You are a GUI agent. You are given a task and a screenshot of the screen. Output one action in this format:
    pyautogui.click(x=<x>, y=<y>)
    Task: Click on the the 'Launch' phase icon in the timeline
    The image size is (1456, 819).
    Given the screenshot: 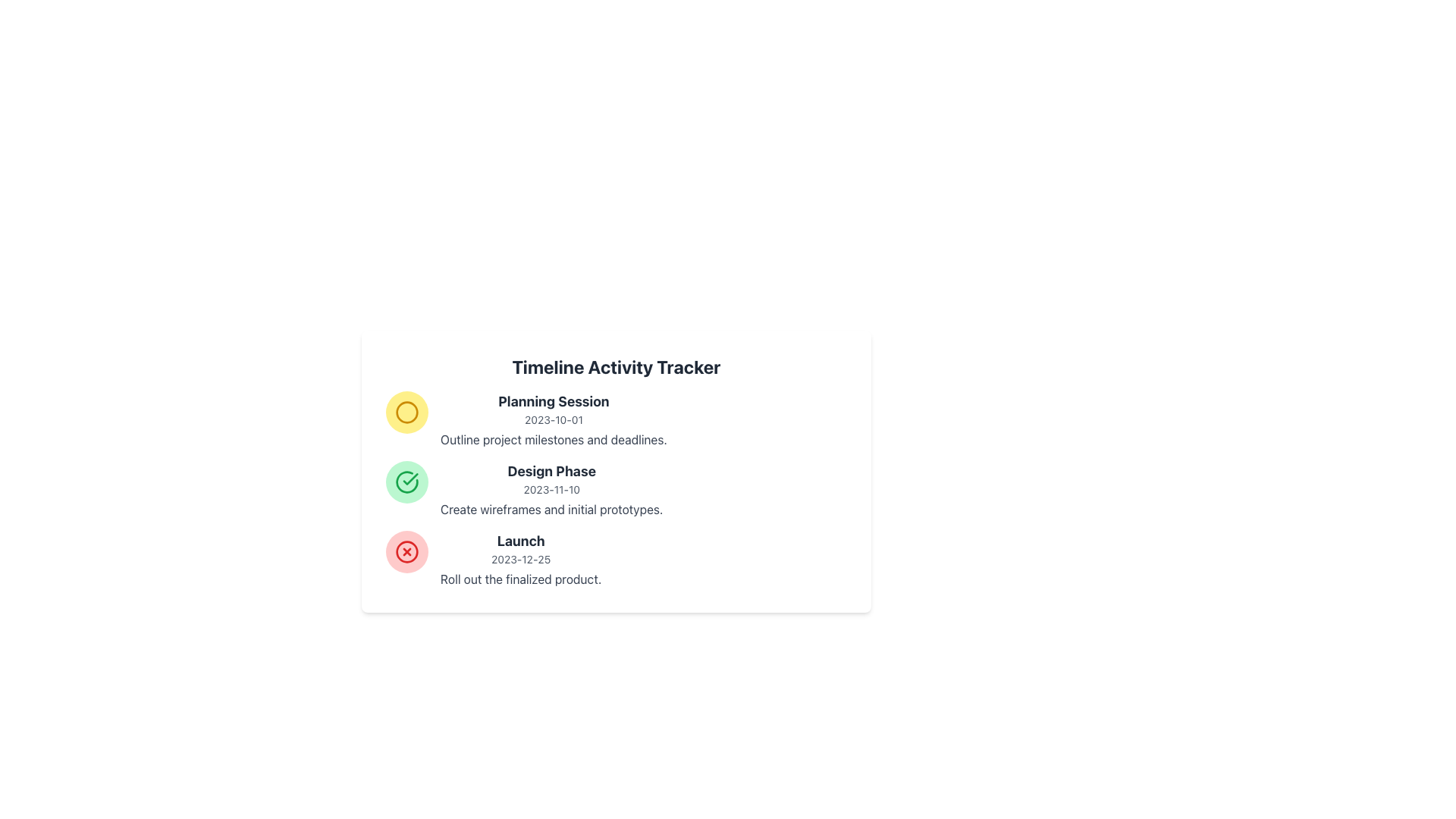 What is the action you would take?
    pyautogui.click(x=407, y=552)
    